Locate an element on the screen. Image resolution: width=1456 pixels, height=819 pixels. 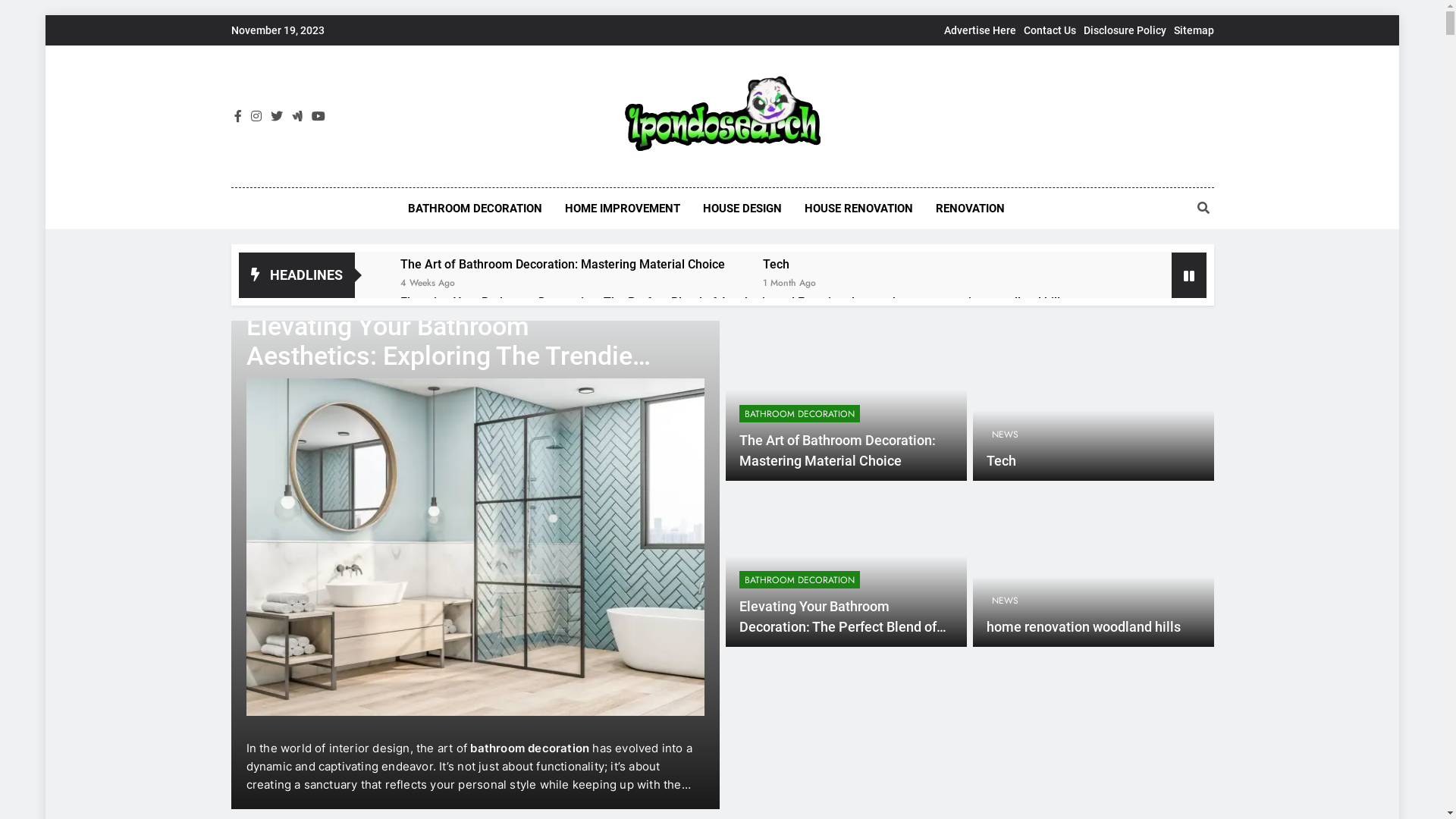
'4 Weeks Ago' is located at coordinates (427, 281).